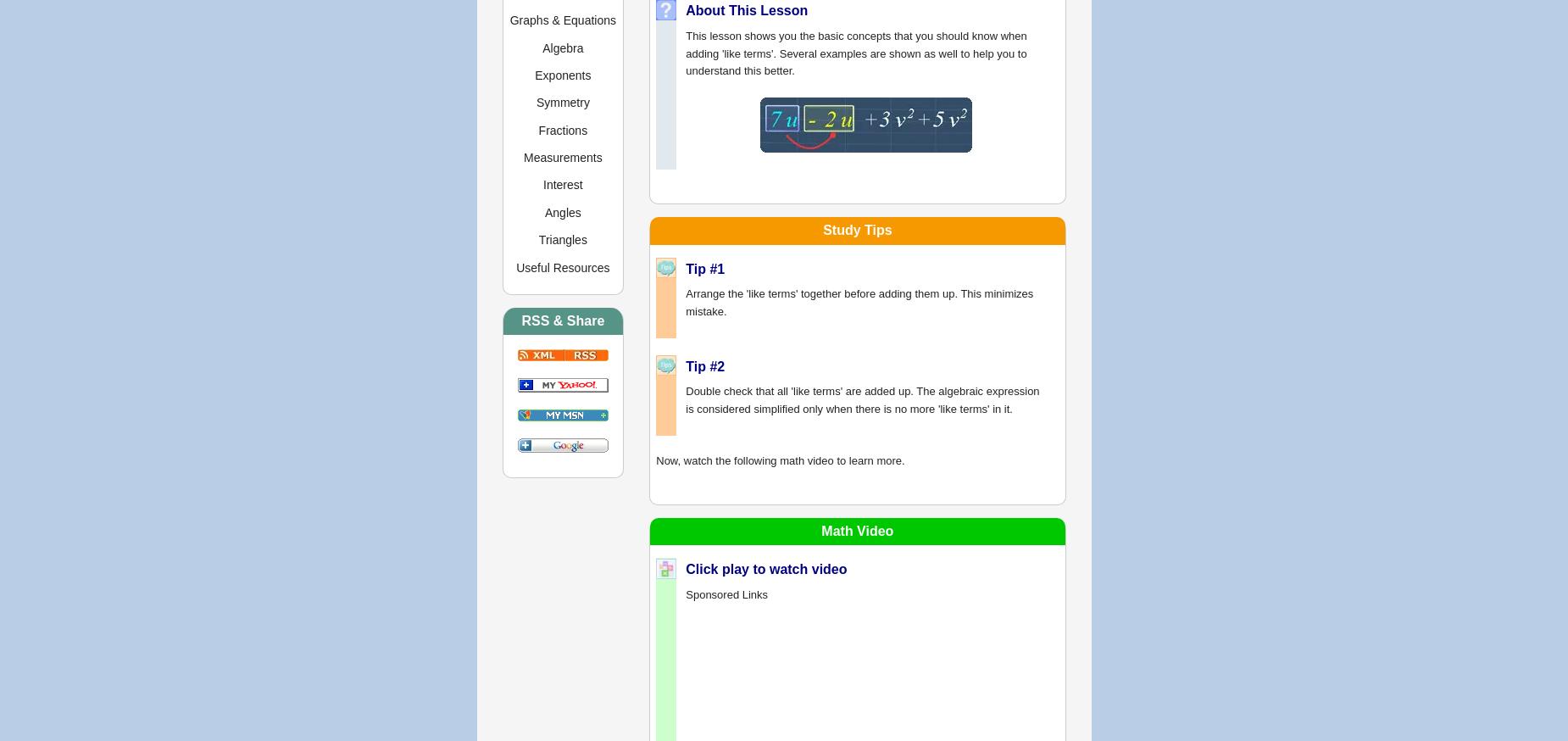 The width and height of the screenshot is (1568, 741). I want to click on 'Tip #2', so click(686, 365).